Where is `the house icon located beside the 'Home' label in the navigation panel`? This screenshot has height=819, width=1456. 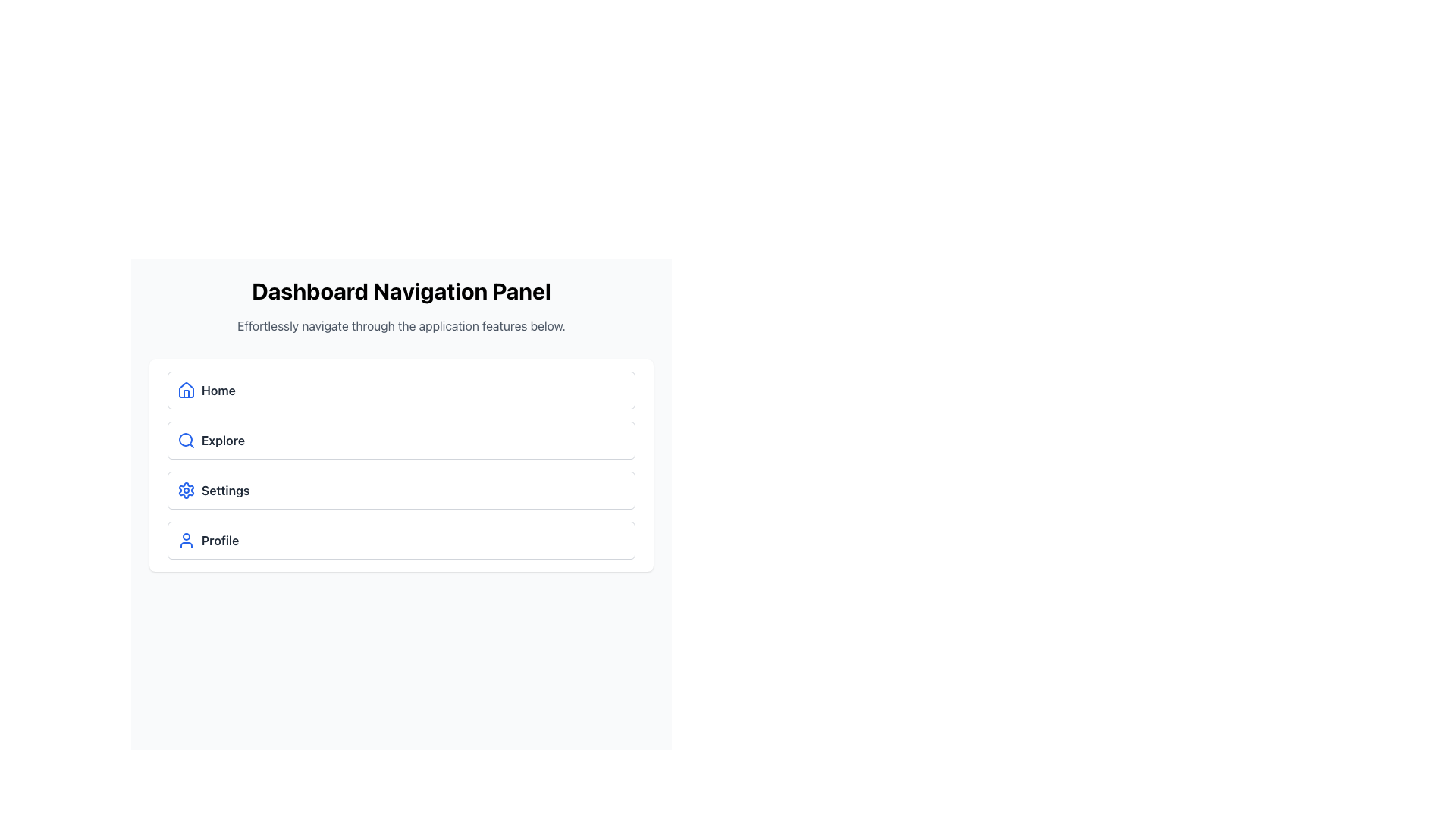 the house icon located beside the 'Home' label in the navigation panel is located at coordinates (185, 388).